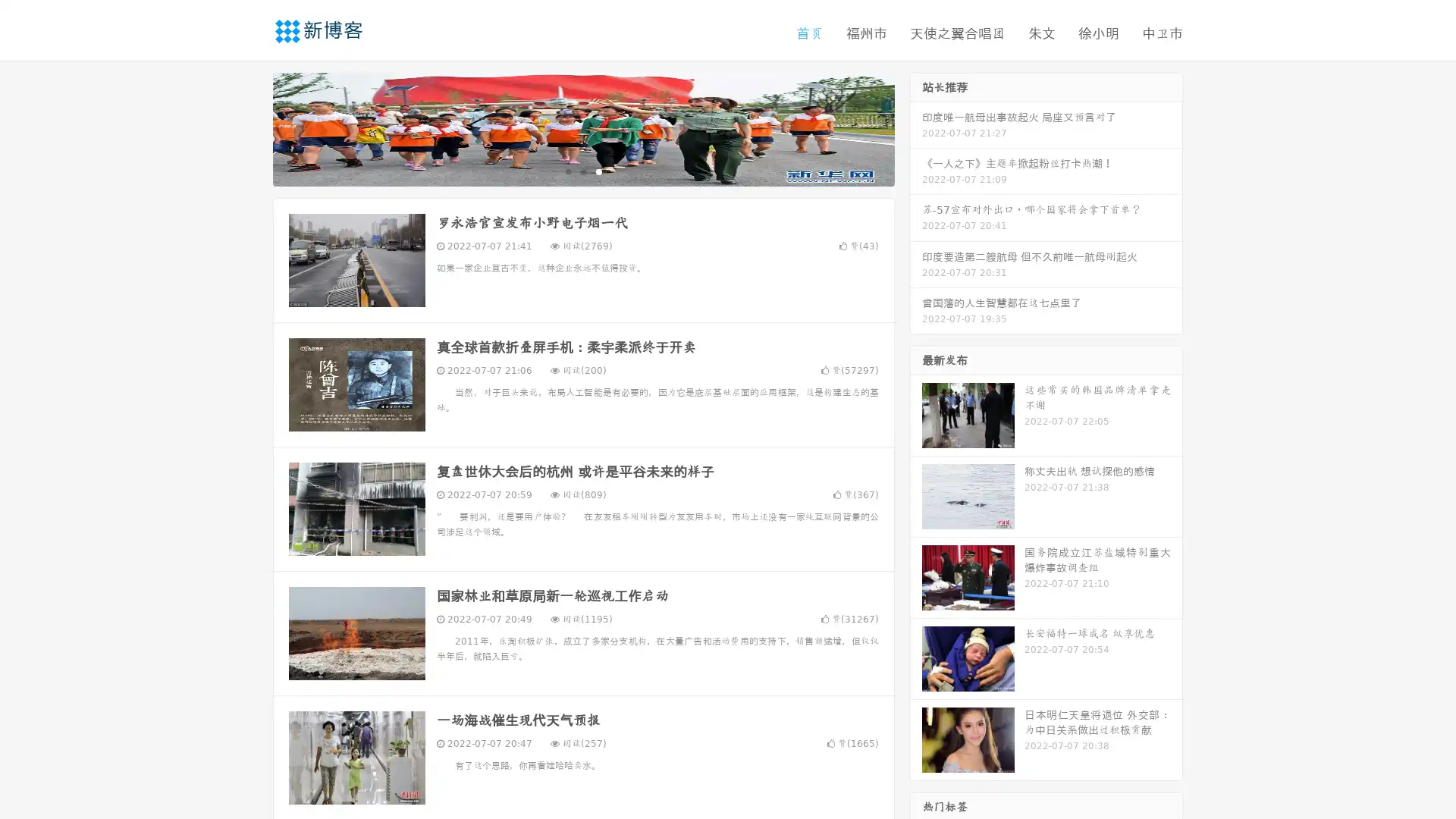  What do you see at coordinates (916, 127) in the screenshot?
I see `Next slide` at bounding box center [916, 127].